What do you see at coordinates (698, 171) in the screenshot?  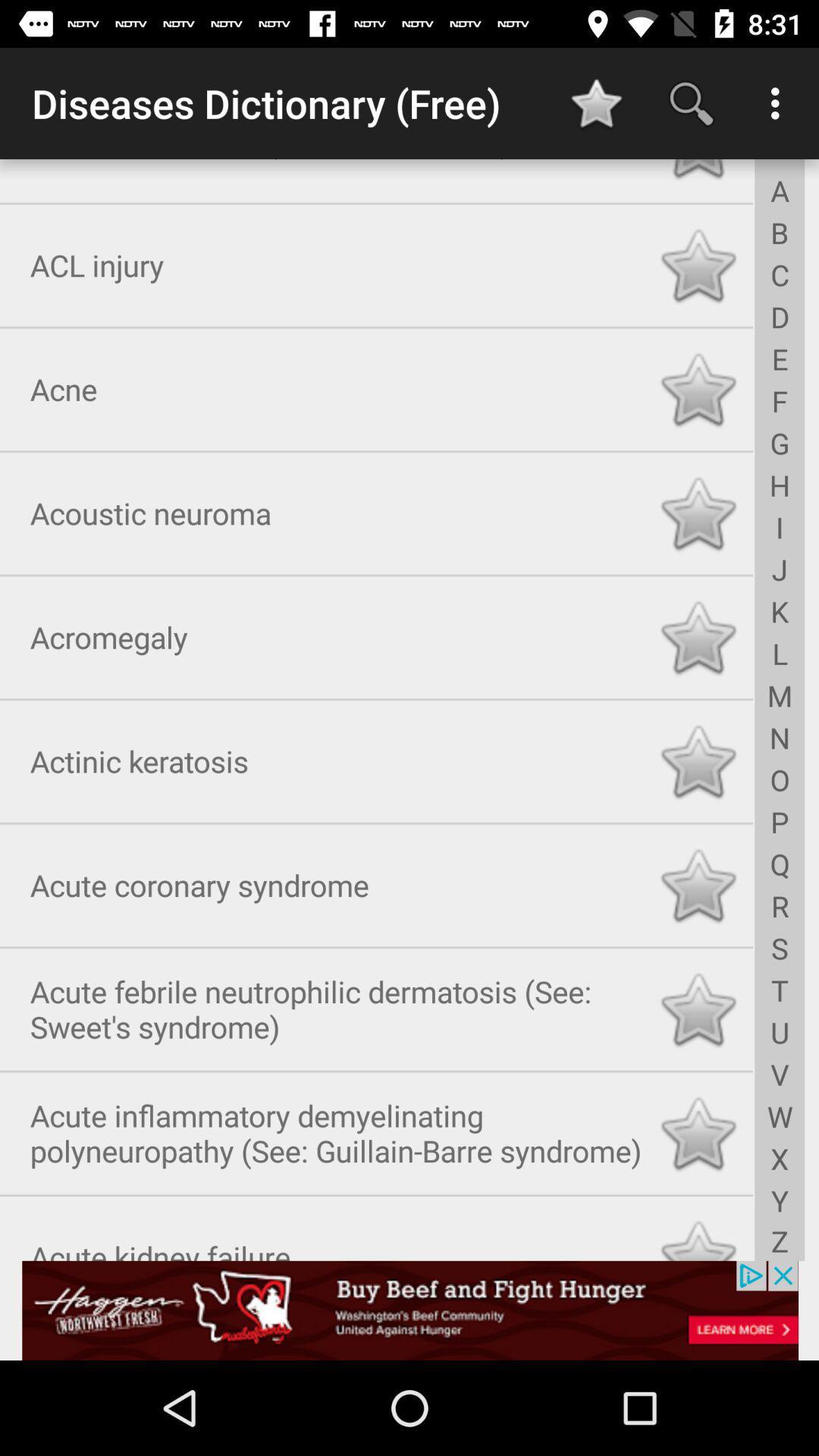 I see `go back` at bounding box center [698, 171].